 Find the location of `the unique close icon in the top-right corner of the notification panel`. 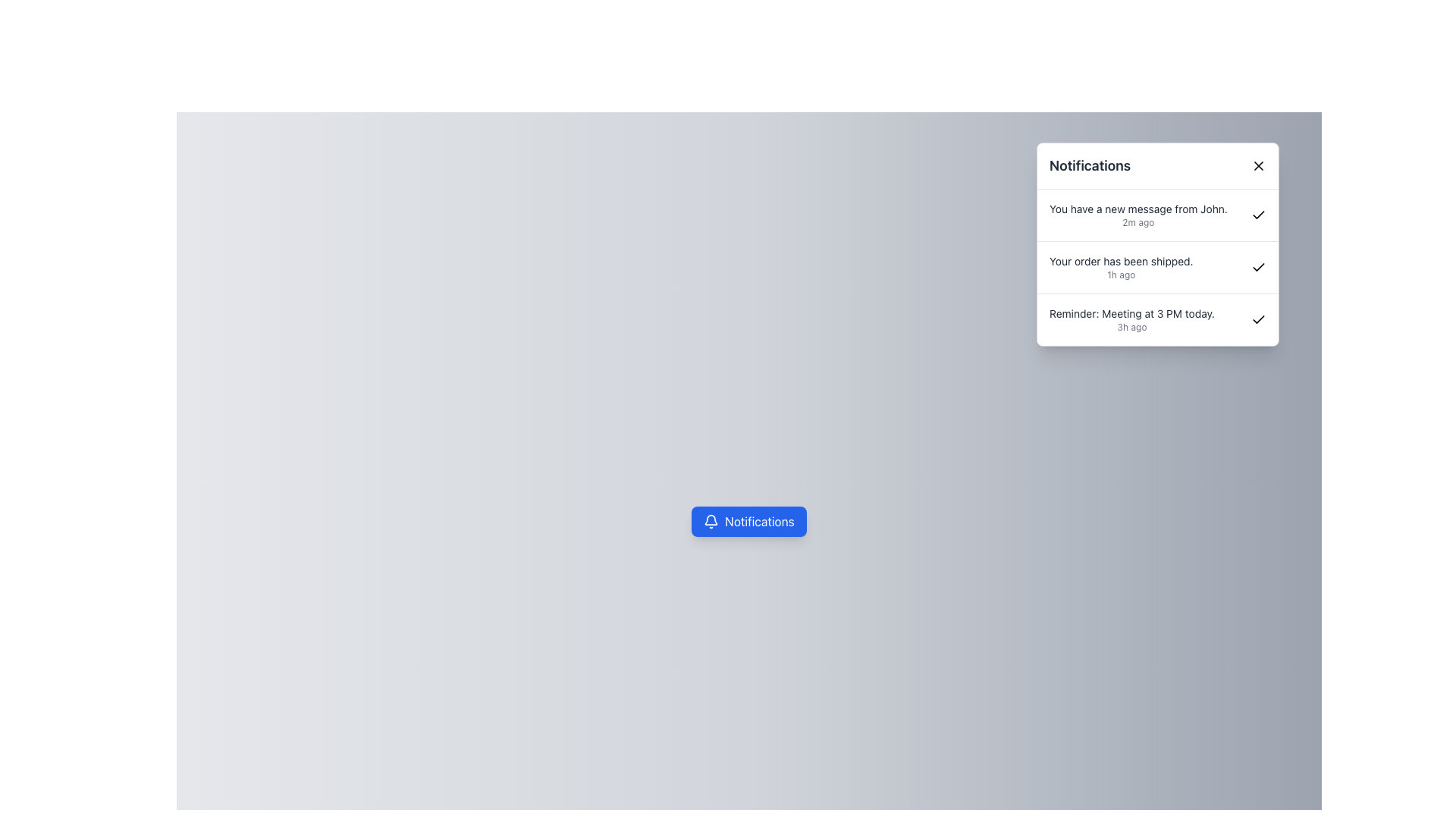

the unique close icon in the top-right corner of the notification panel is located at coordinates (1259, 166).